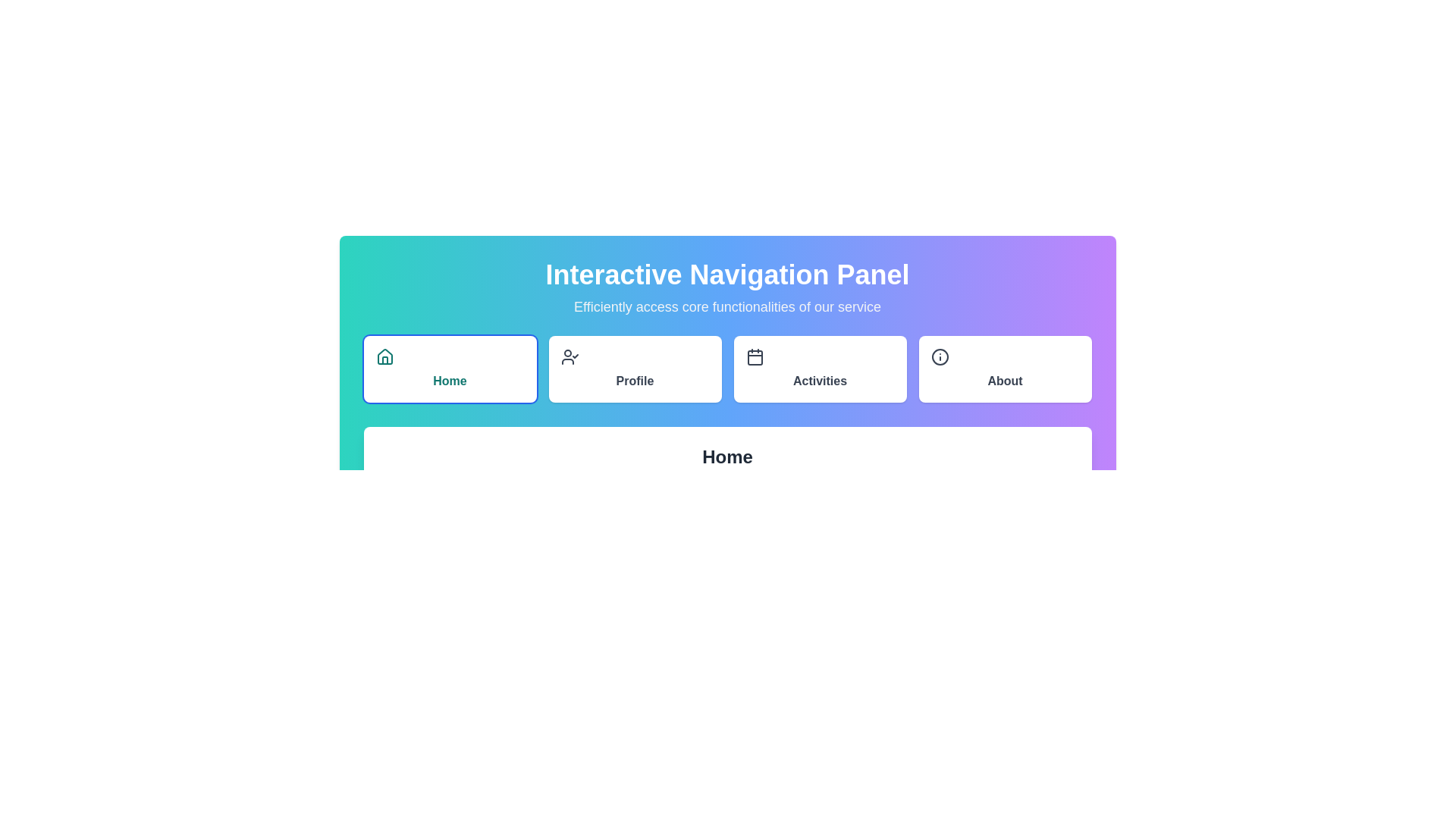 Image resolution: width=1456 pixels, height=819 pixels. What do you see at coordinates (384, 360) in the screenshot?
I see `the 'Home' icon located in the navigation panel, which visually represents a house and is situated at the center of the button labeled 'Home'` at bounding box center [384, 360].